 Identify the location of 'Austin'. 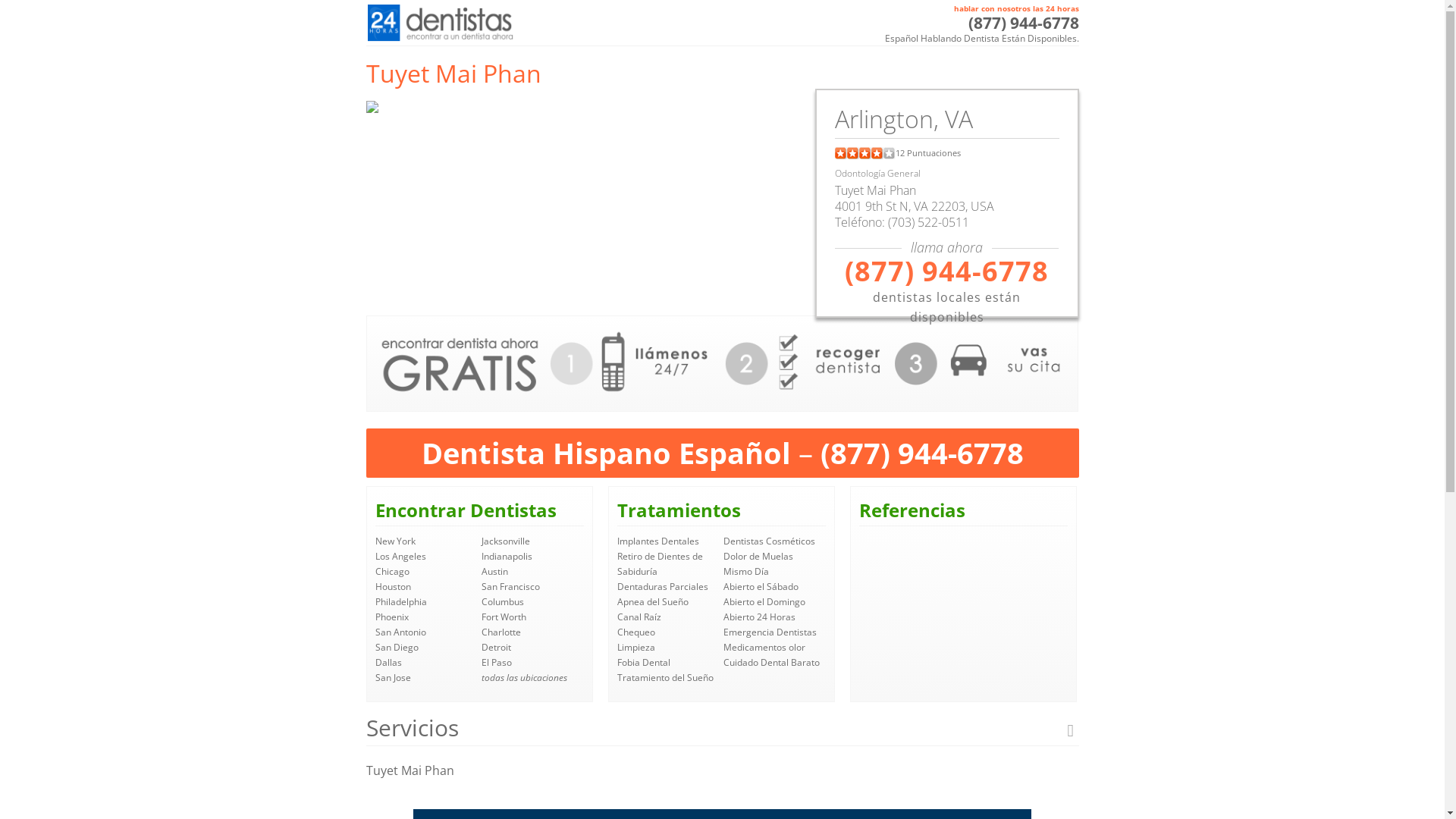
(494, 571).